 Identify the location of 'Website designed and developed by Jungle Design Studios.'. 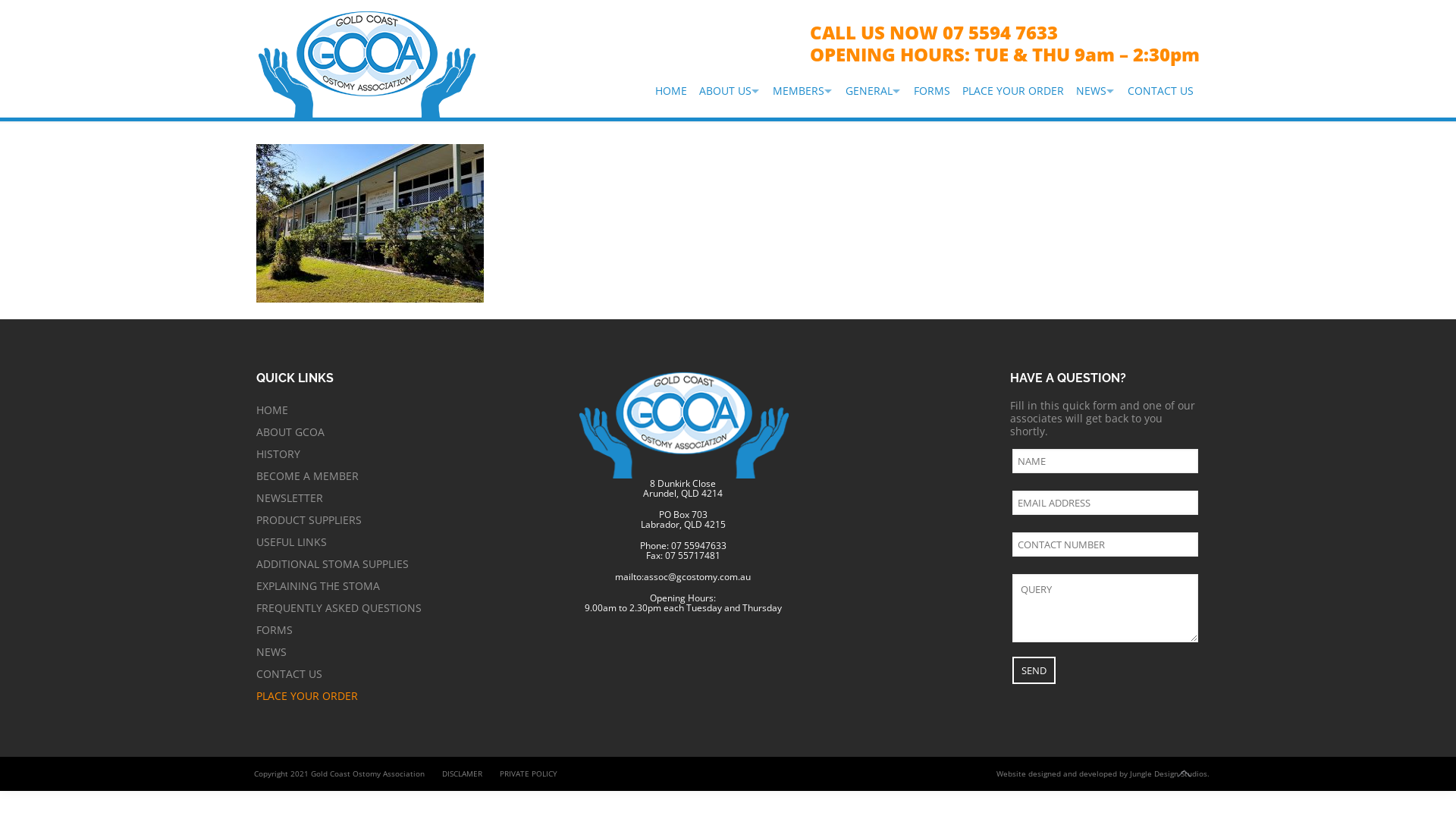
(1103, 773).